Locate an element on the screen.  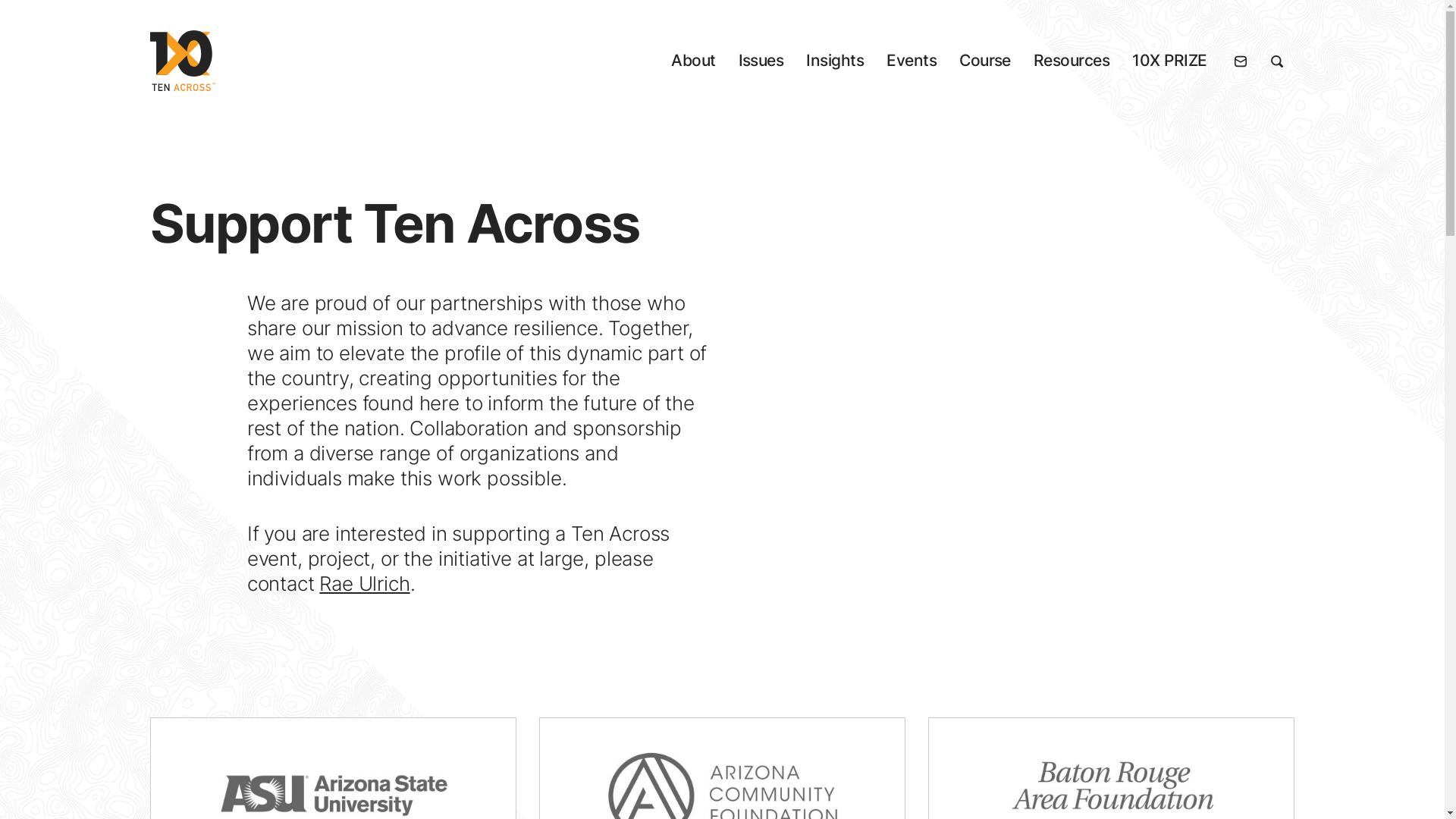
'Events' is located at coordinates (910, 60).